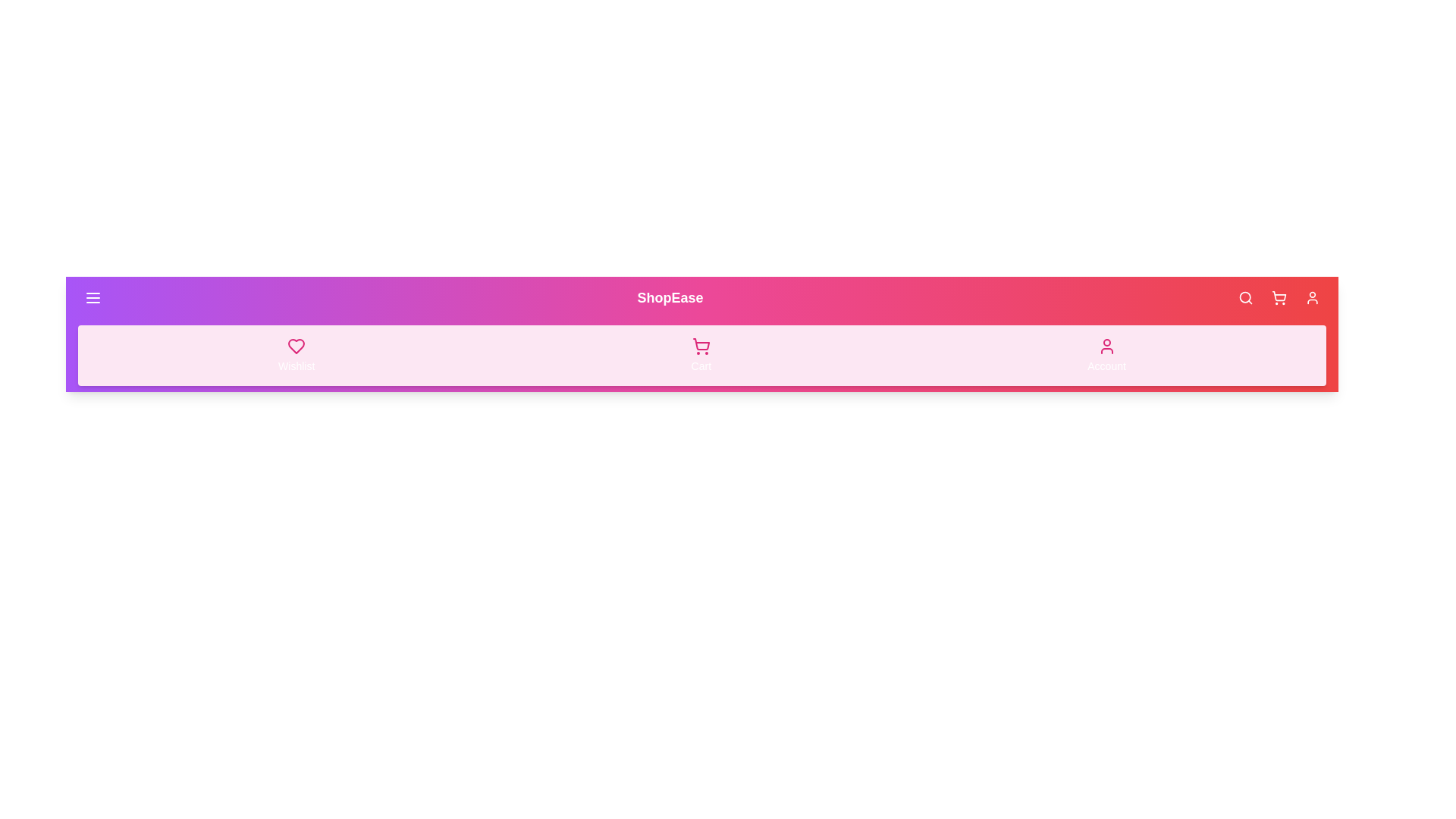  Describe the element at coordinates (700, 356) in the screenshot. I see `the Cart button to interact with it` at that location.